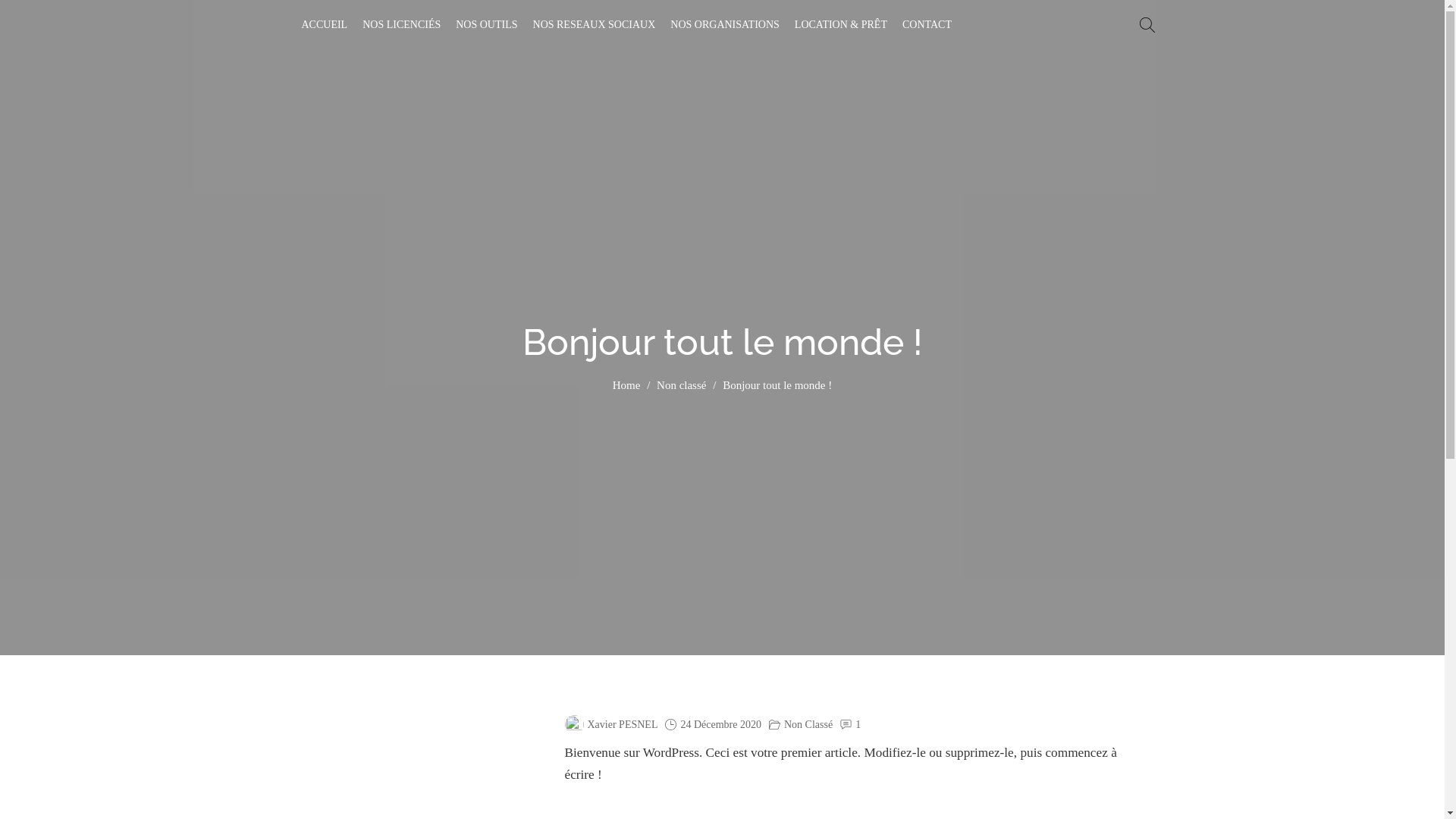 This screenshot has height=819, width=1456. What do you see at coordinates (324, 25) in the screenshot?
I see `'ACCUEIL'` at bounding box center [324, 25].